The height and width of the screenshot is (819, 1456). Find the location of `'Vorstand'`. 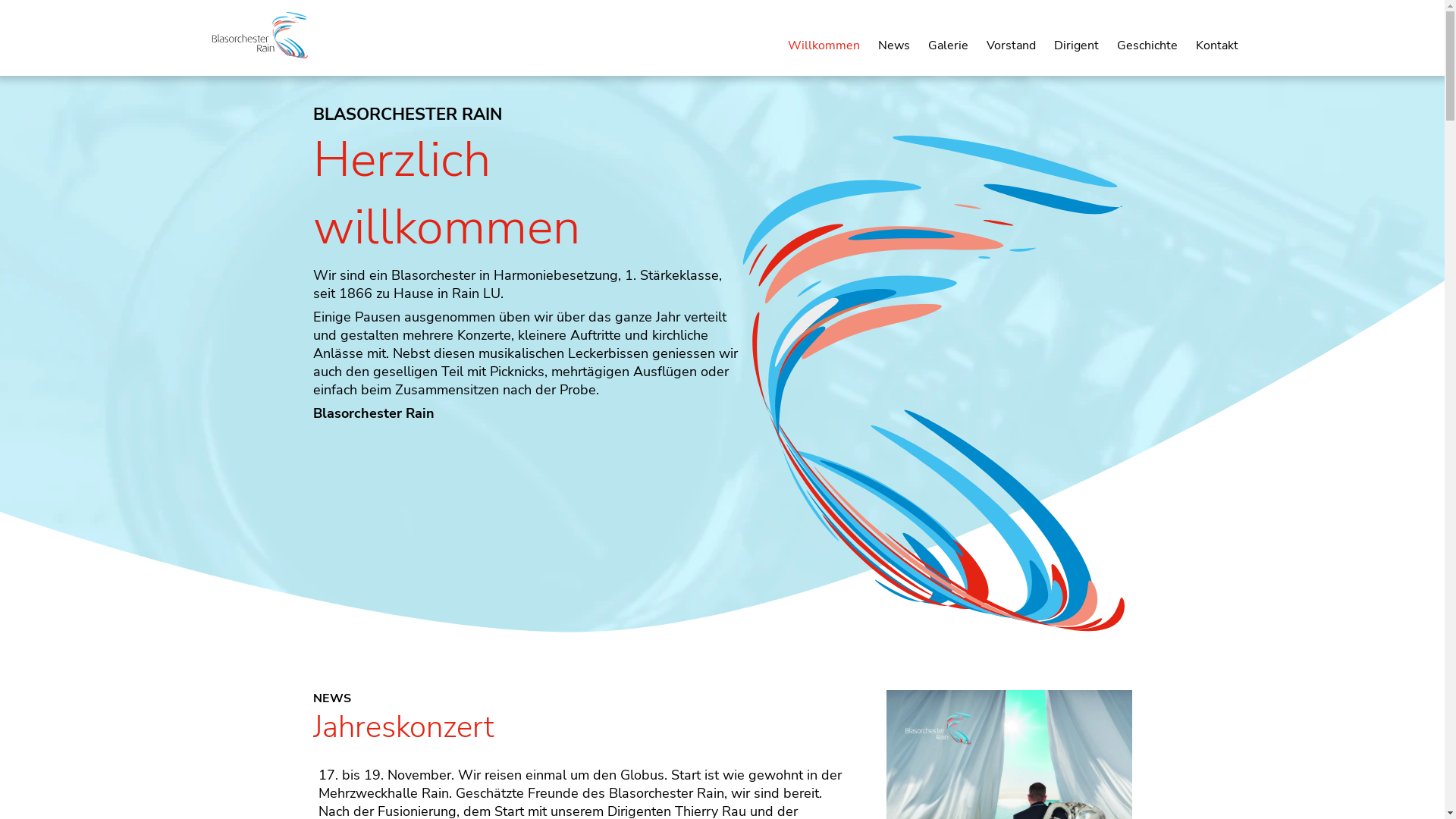

'Vorstand' is located at coordinates (1010, 45).